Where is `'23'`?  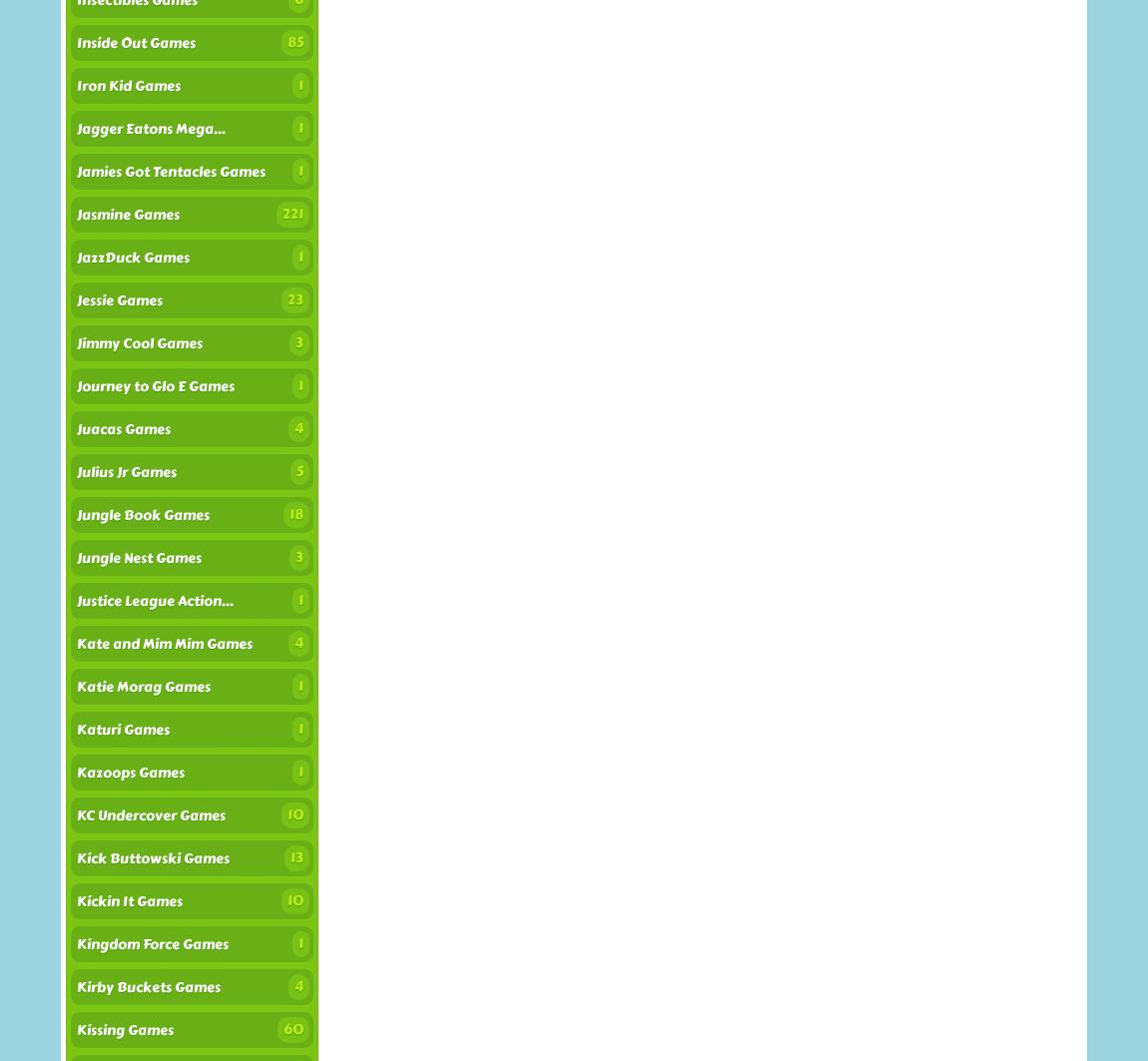
'23' is located at coordinates (286, 299).